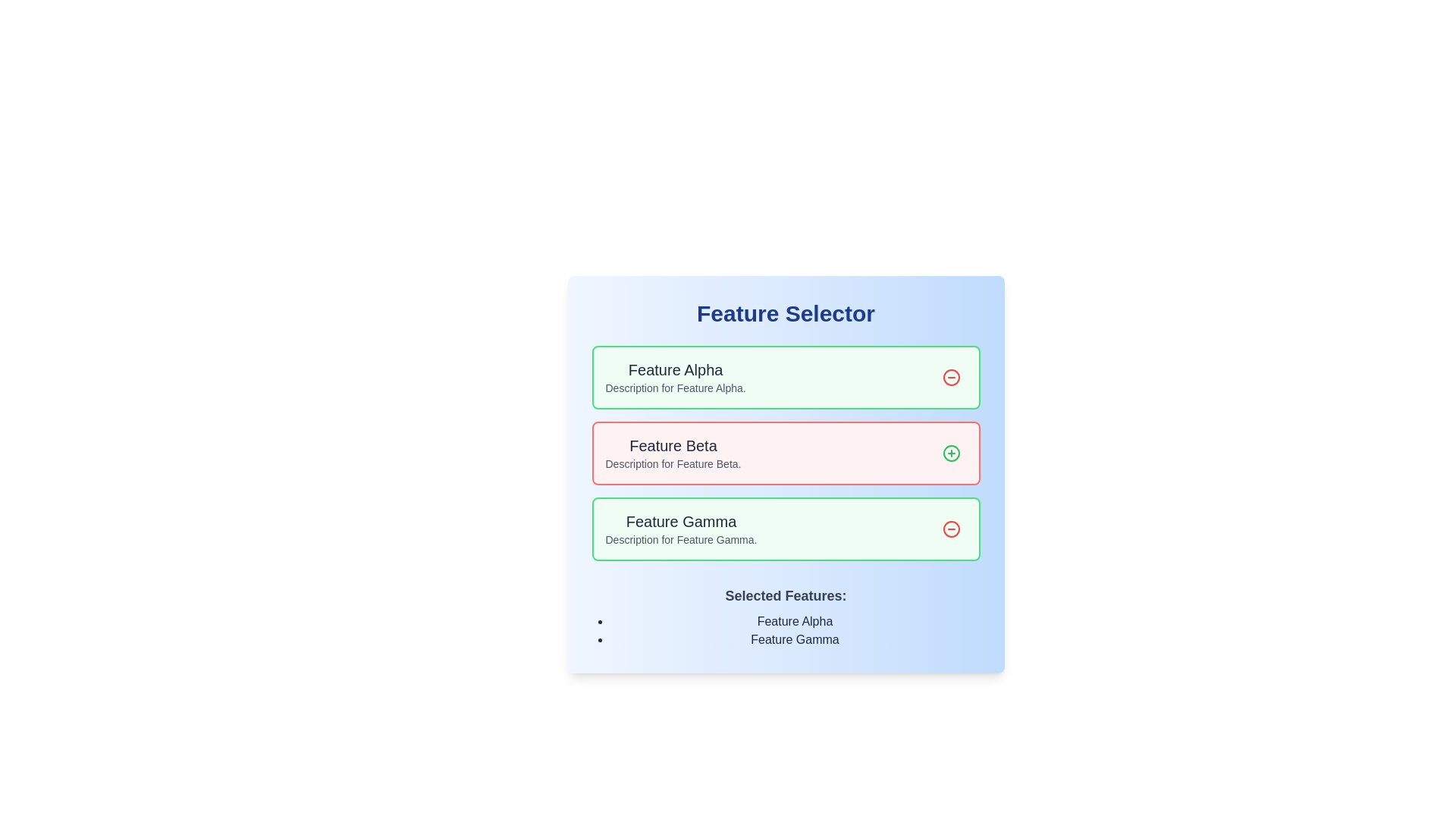 This screenshot has width=1456, height=819. I want to click on the text block titled 'Feature Beta' which contains a bold heading and a description, located in the second row of the feature selection list with a red-tinted background, so click(673, 452).